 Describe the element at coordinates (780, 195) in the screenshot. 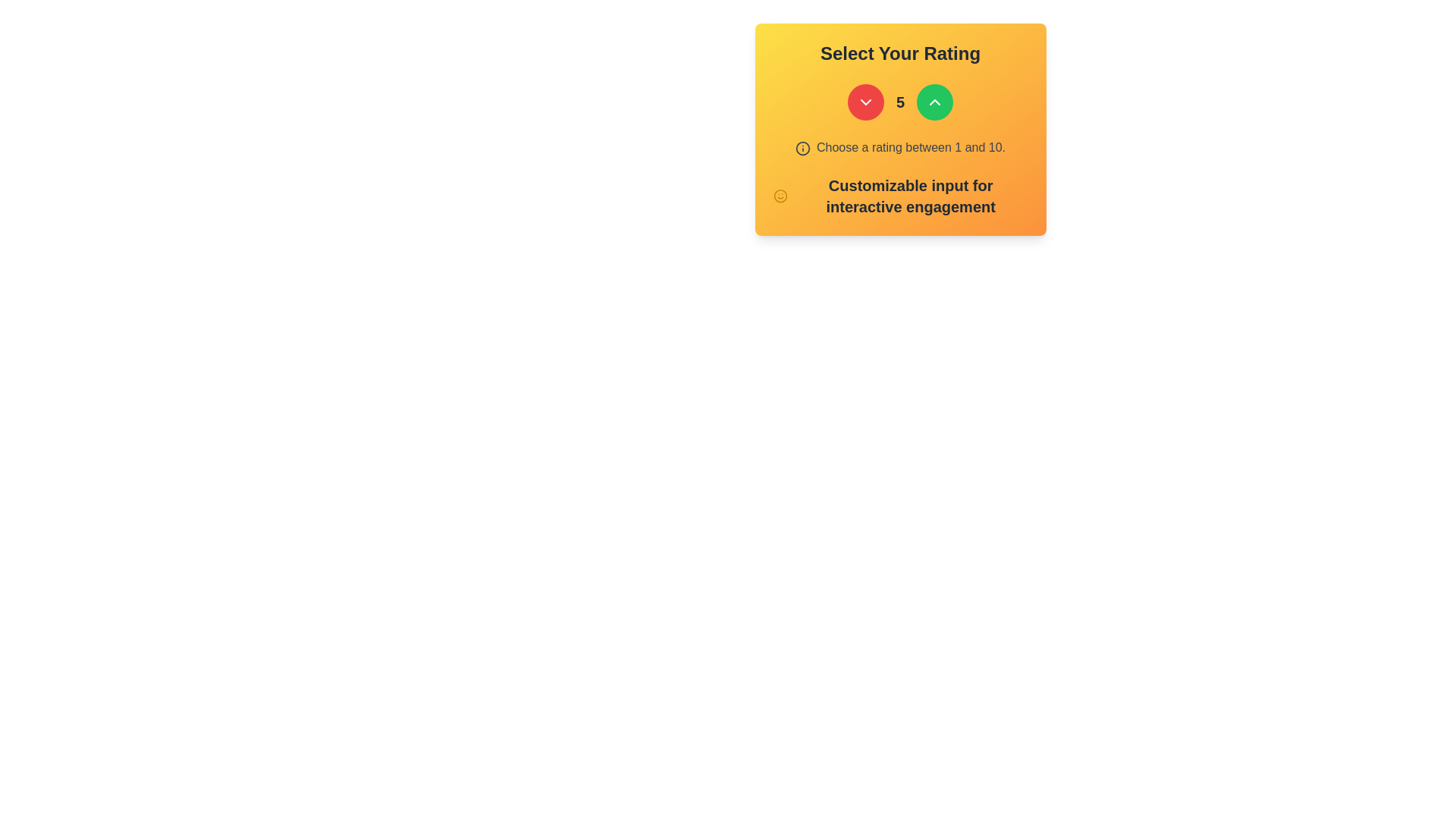

I see `the decorative icon located in the bottom-left corner of the 'Select Your Rating' panel, adjacent to the text 'Customizable input for interactive engagement'` at that location.